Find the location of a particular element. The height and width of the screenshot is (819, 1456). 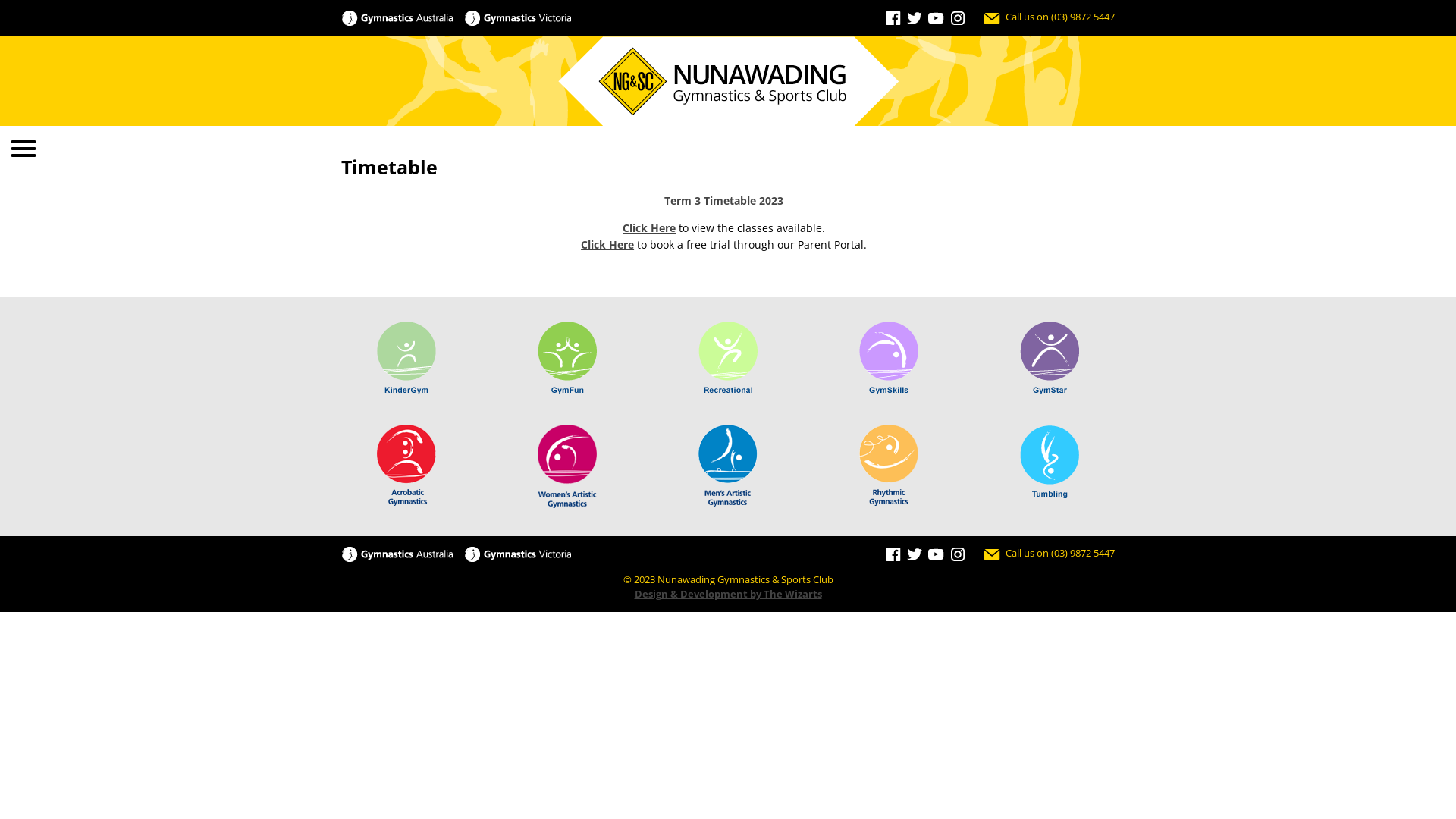

'Term 3 Timetable 2023' is located at coordinates (664, 199).